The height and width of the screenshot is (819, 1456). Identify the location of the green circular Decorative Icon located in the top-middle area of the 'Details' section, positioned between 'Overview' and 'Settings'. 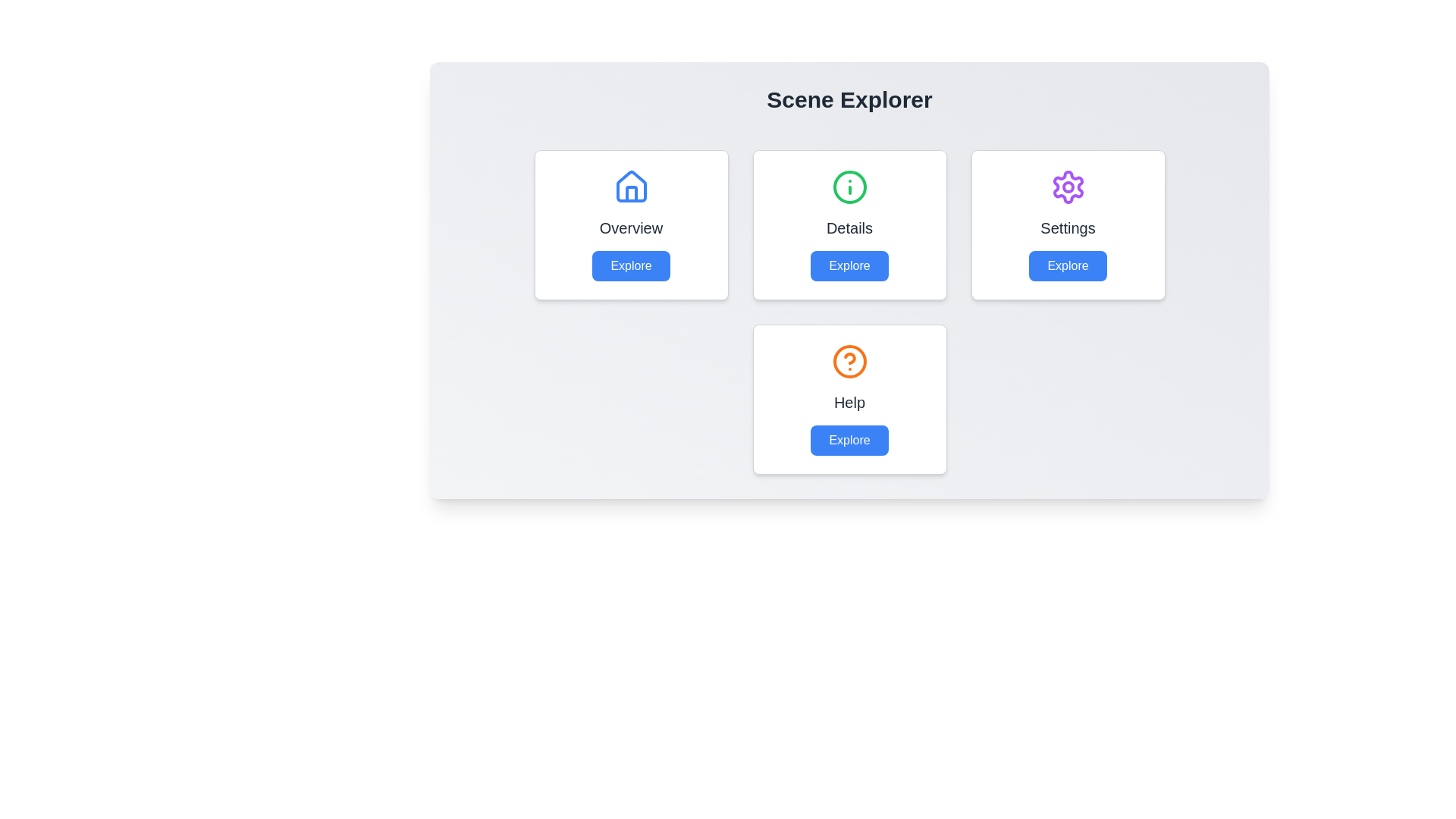
(849, 186).